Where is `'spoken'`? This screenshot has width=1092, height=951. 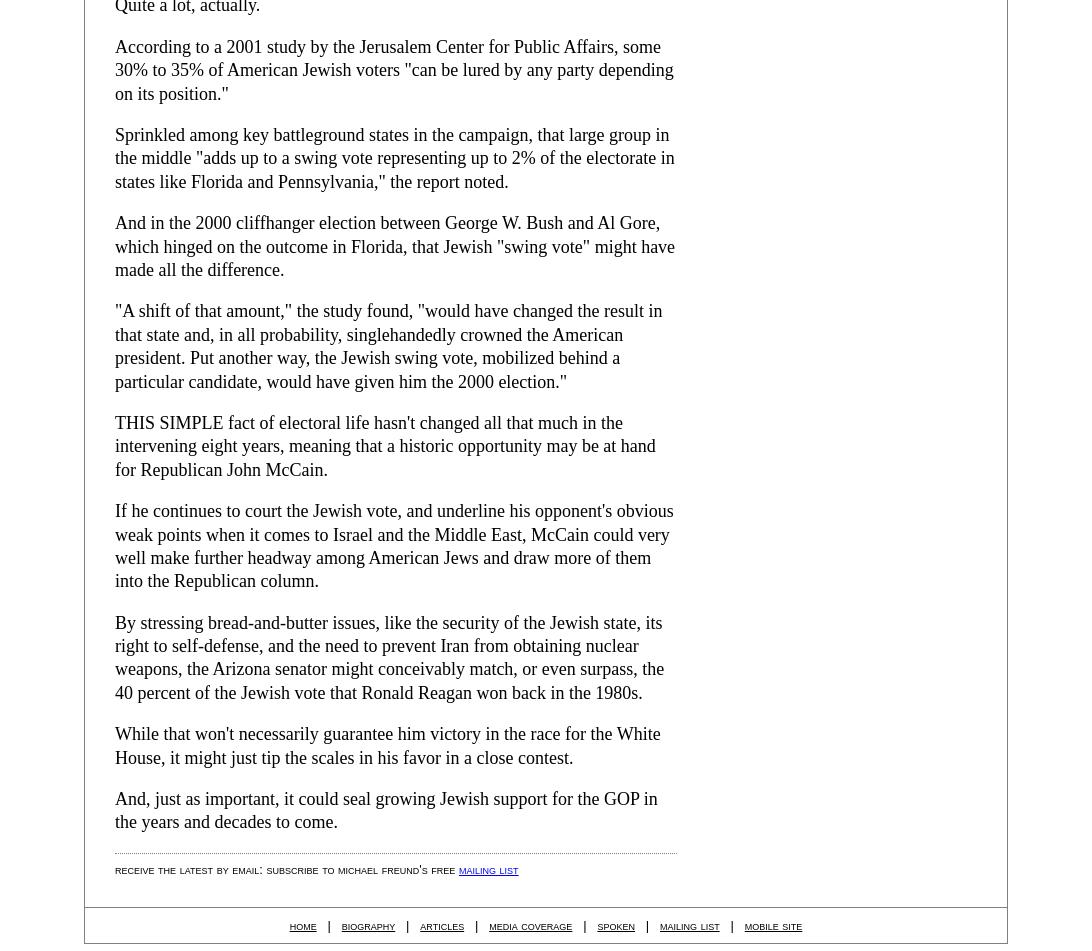
'spoken' is located at coordinates (596, 923).